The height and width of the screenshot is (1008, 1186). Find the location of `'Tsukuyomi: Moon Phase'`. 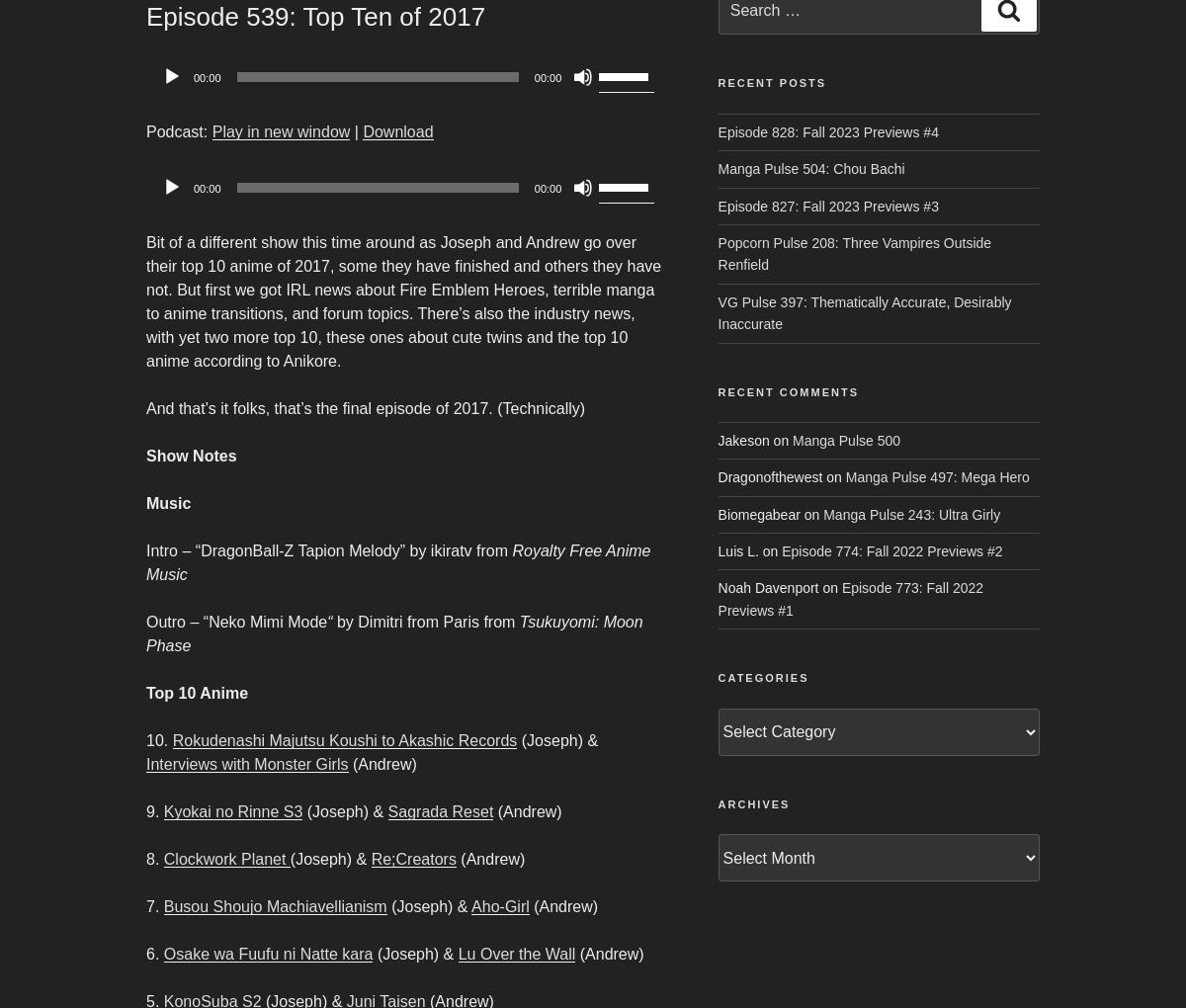

'Tsukuyomi: Moon Phase' is located at coordinates (394, 633).